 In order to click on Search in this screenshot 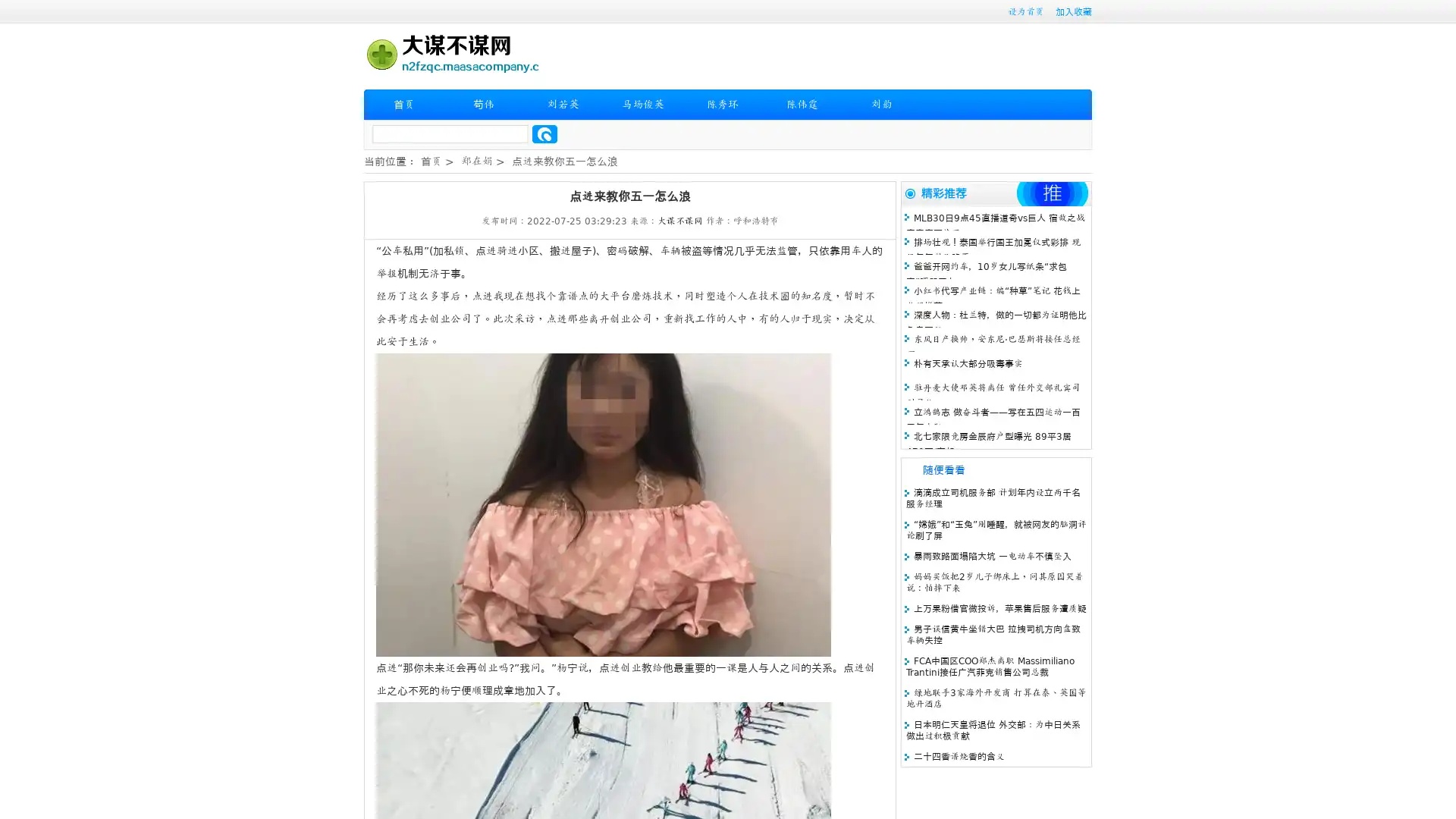, I will do `click(544, 133)`.